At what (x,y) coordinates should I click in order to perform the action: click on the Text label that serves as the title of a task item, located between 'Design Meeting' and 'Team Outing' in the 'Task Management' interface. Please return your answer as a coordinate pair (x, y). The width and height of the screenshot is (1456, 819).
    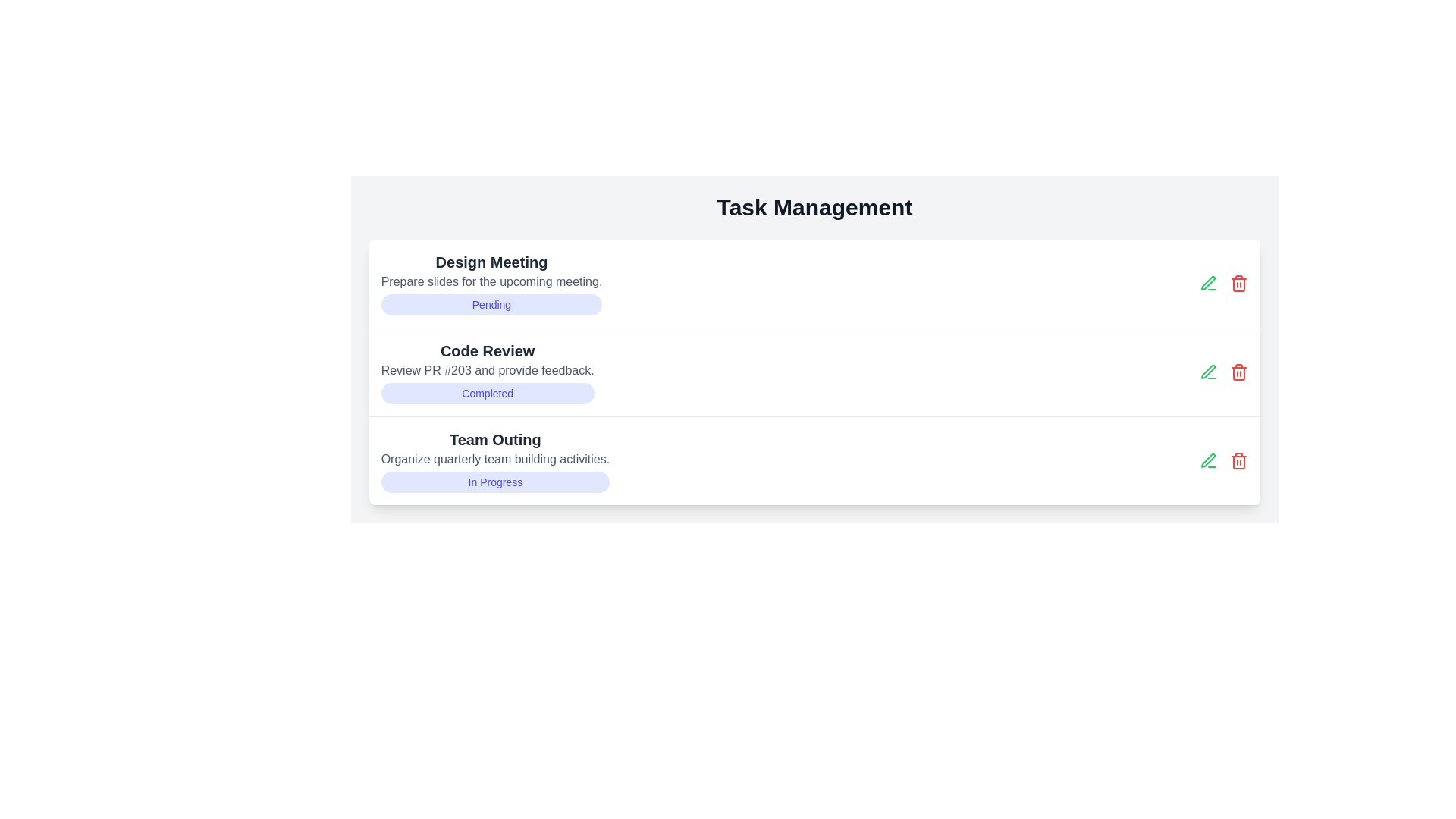
    Looking at the image, I should click on (488, 350).